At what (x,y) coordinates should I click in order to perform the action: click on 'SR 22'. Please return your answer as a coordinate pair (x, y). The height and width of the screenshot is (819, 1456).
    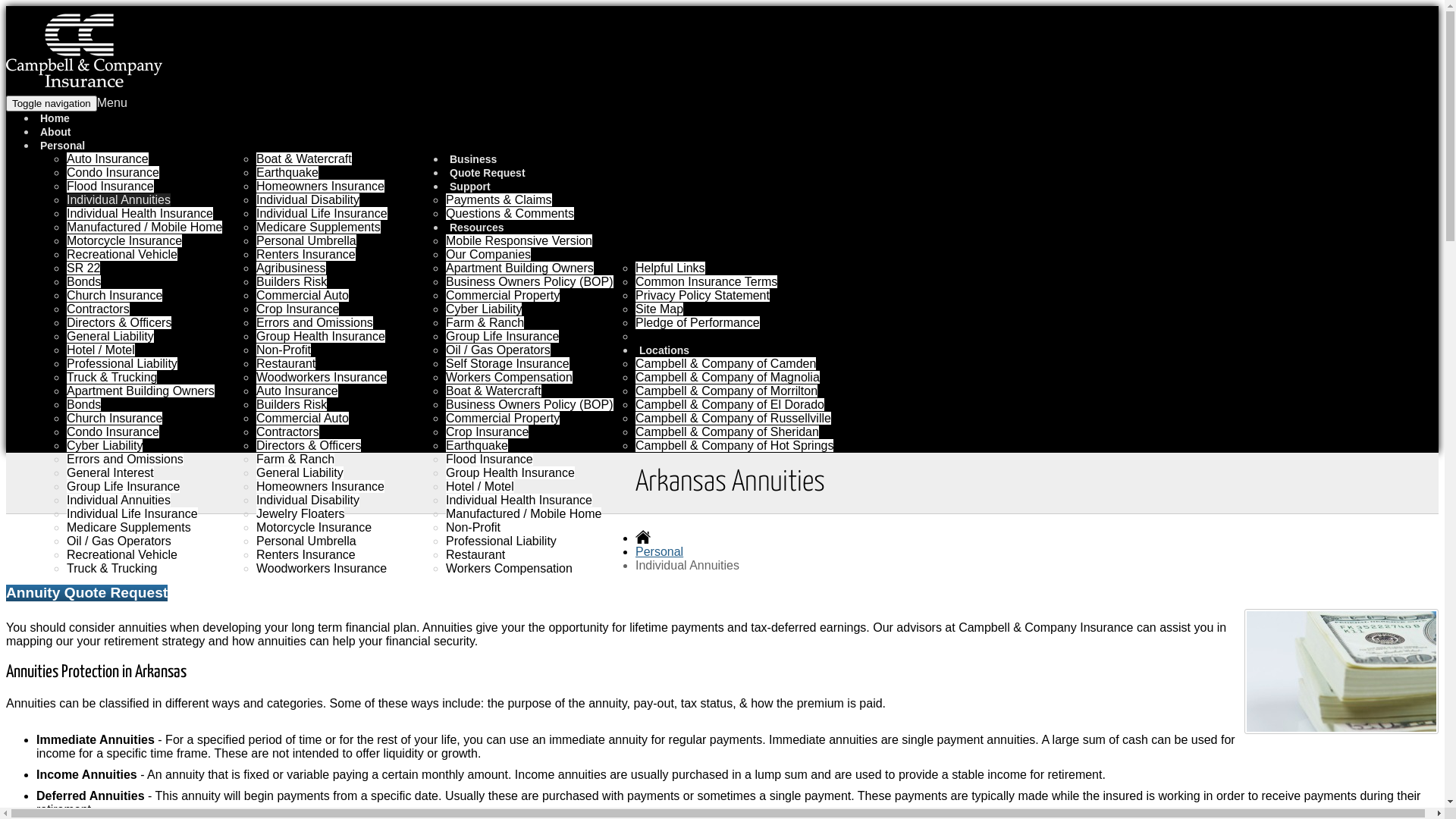
    Looking at the image, I should click on (65, 267).